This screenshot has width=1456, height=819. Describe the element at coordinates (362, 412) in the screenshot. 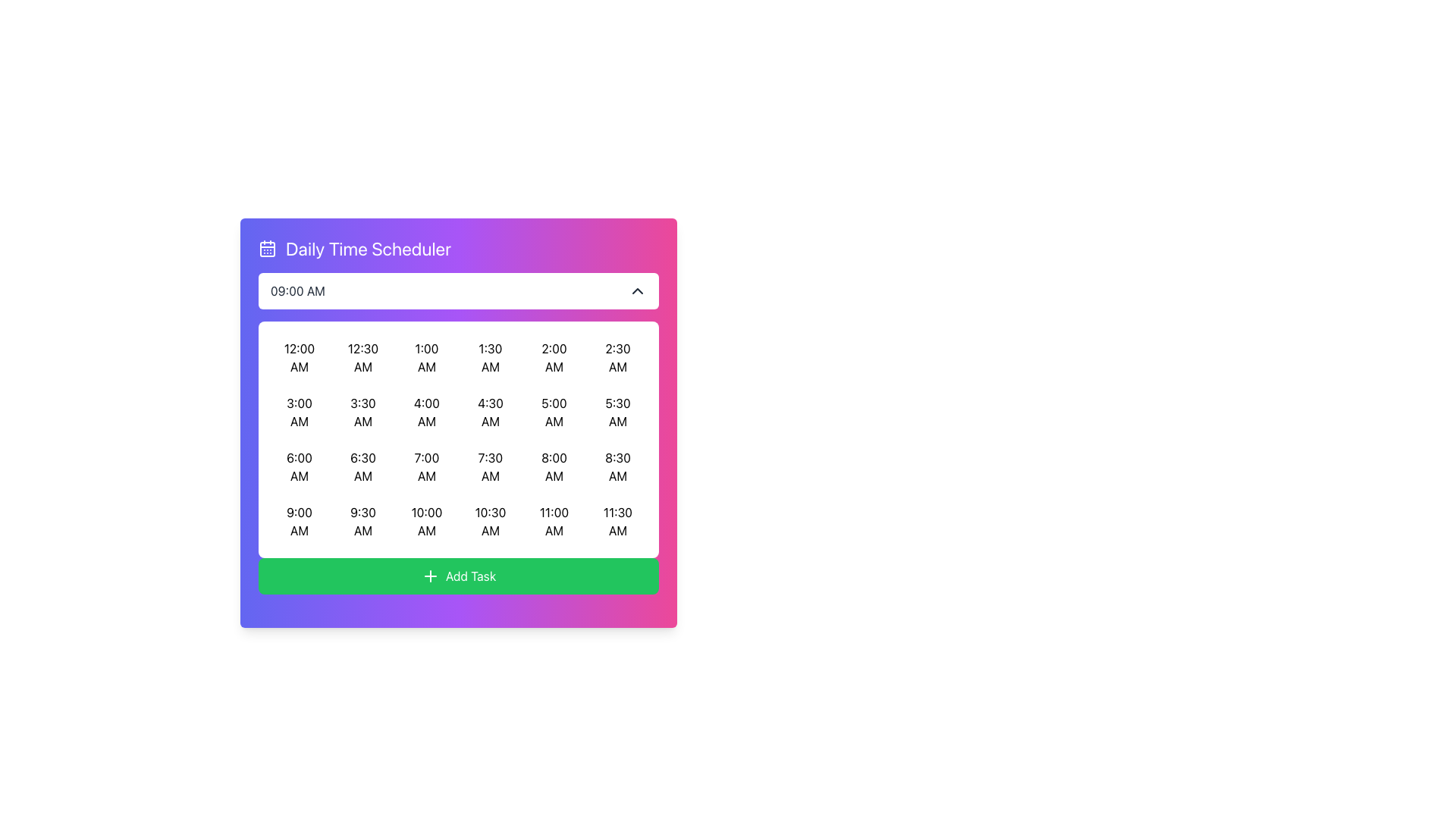

I see `the button in the second row and second column of the 'Daily Time Scheduler'` at that location.